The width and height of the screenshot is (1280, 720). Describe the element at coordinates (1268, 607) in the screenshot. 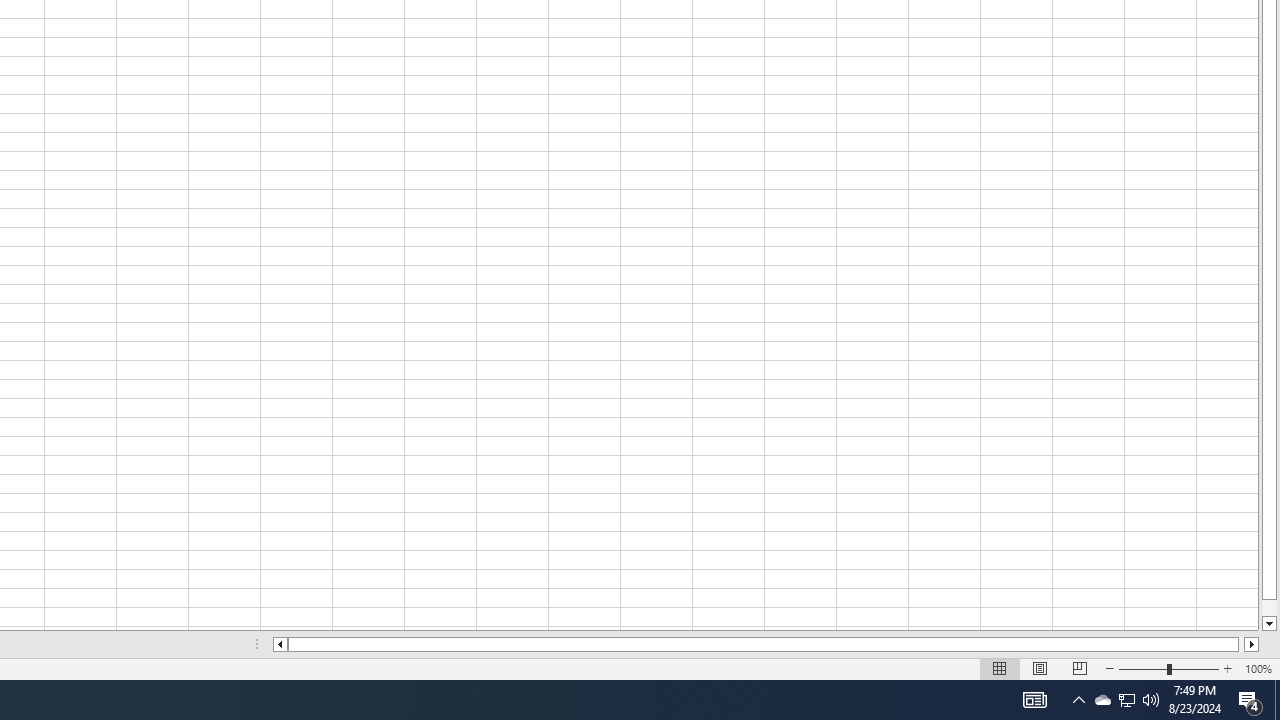

I see `'Page down'` at that location.